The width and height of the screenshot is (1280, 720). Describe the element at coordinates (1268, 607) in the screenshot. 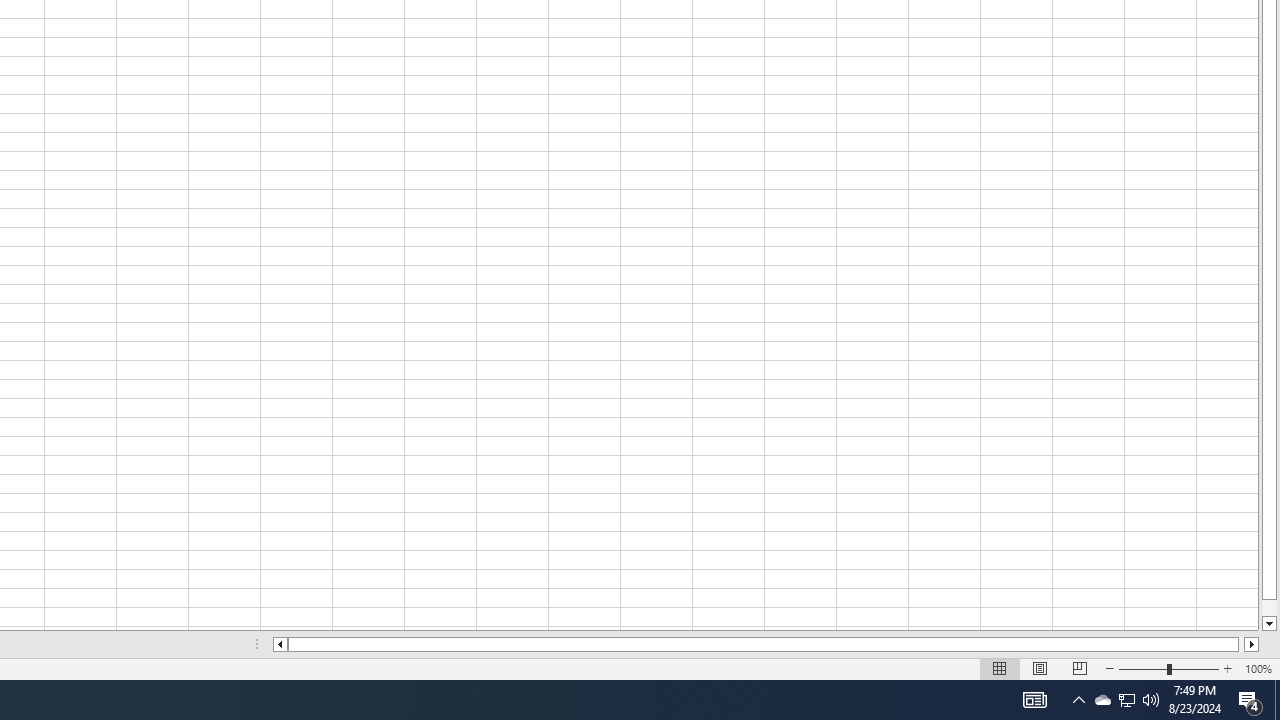

I see `'Page down'` at that location.